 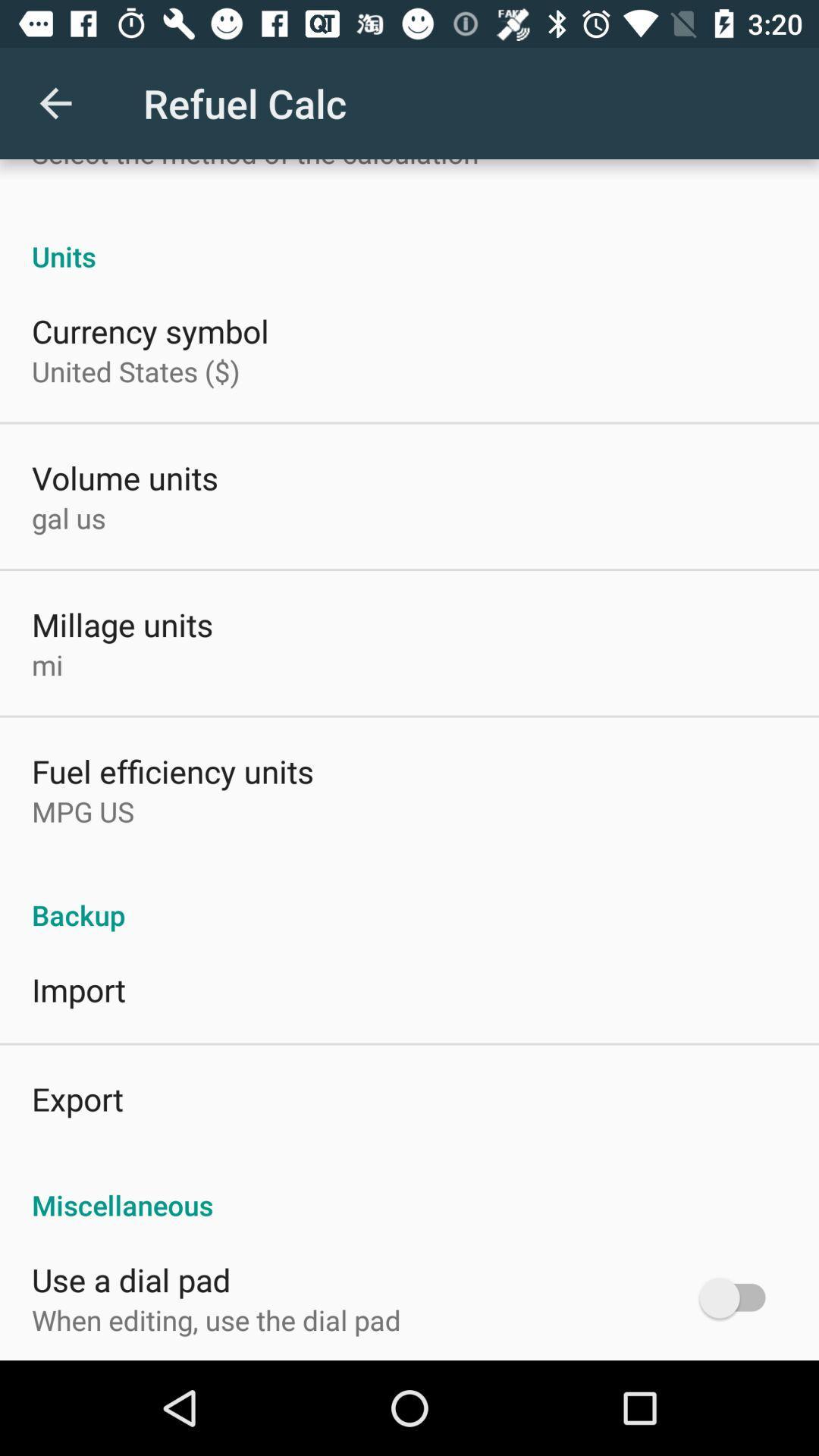 What do you see at coordinates (46, 664) in the screenshot?
I see `the icon above the fuel efficiency units app` at bounding box center [46, 664].